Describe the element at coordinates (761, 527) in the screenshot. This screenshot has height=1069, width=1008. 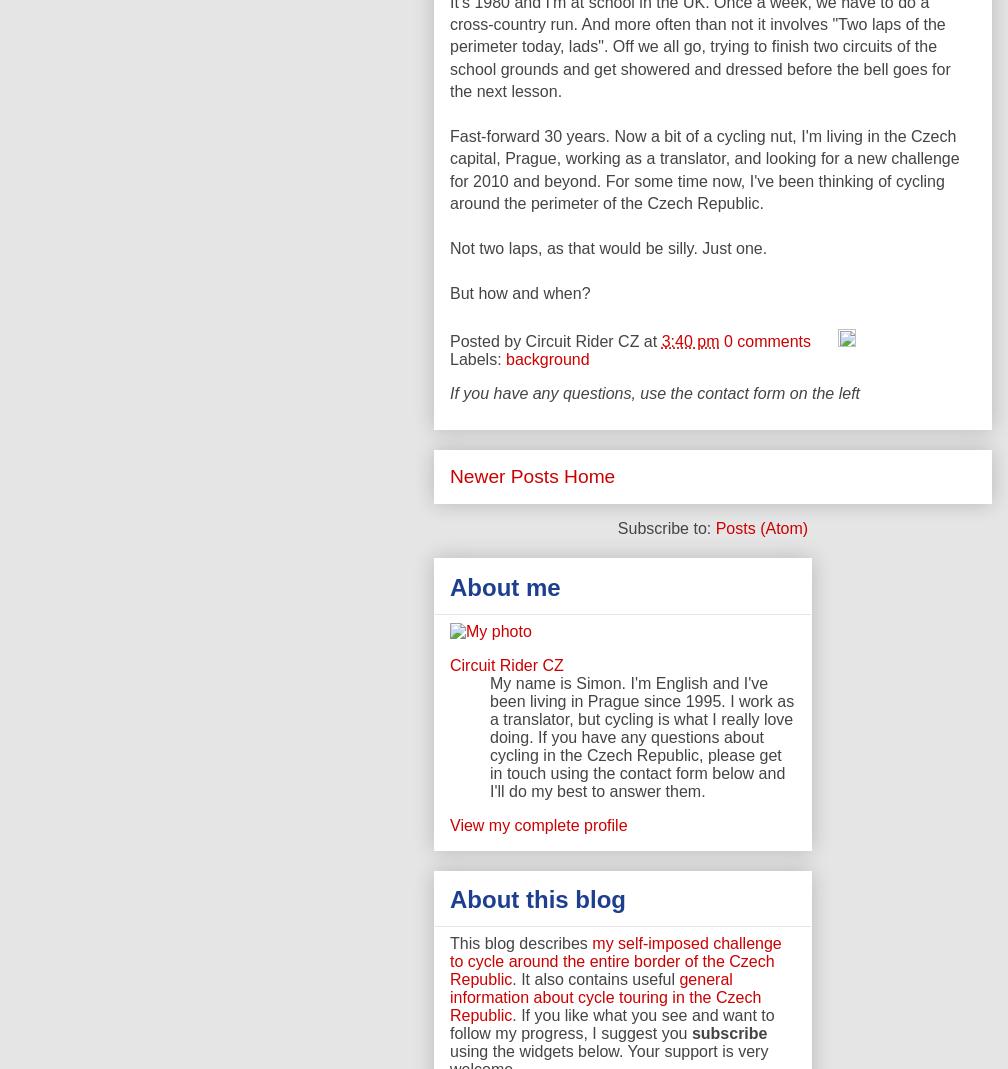
I see `'Posts (Atom)'` at that location.